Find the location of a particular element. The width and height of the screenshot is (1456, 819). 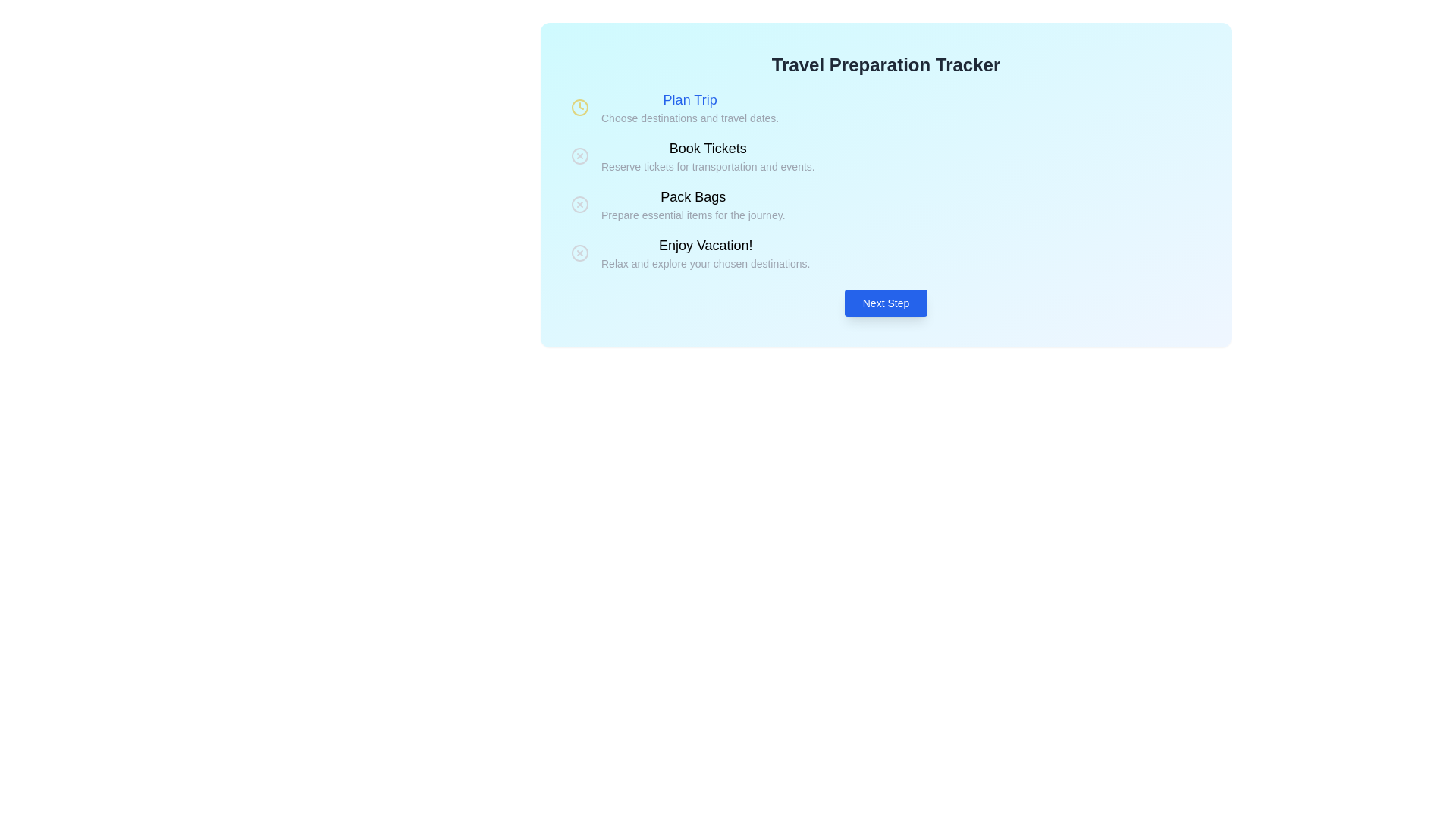

text label that provides additional information about the 'Plan Trip' step in the travel preparation tracker, positioned directly below the 'Plan Trip' heading is located at coordinates (689, 117).